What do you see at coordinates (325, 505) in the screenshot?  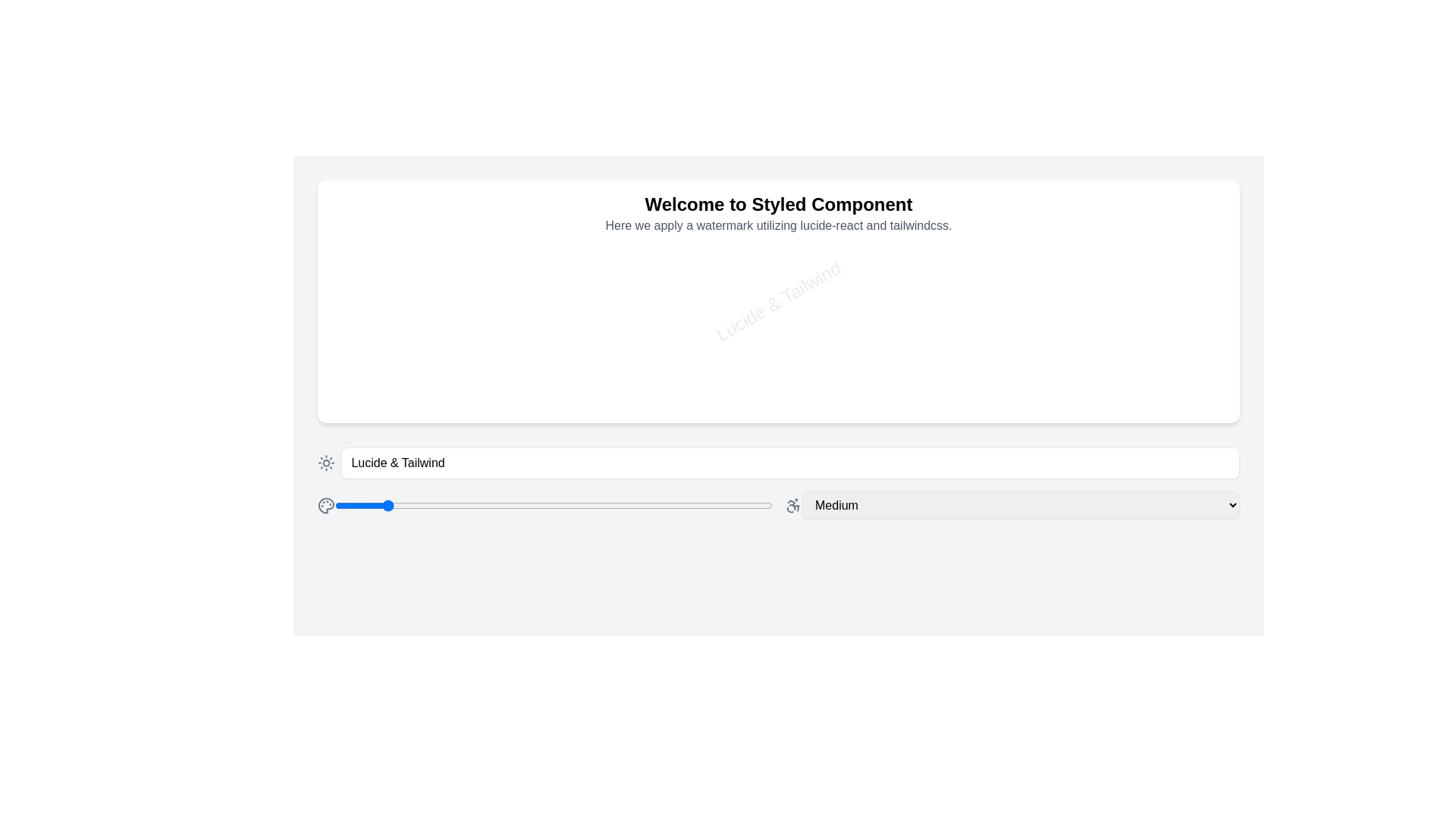 I see `the palette icon, which has a gray outline and small circles representing a paint palette` at bounding box center [325, 505].